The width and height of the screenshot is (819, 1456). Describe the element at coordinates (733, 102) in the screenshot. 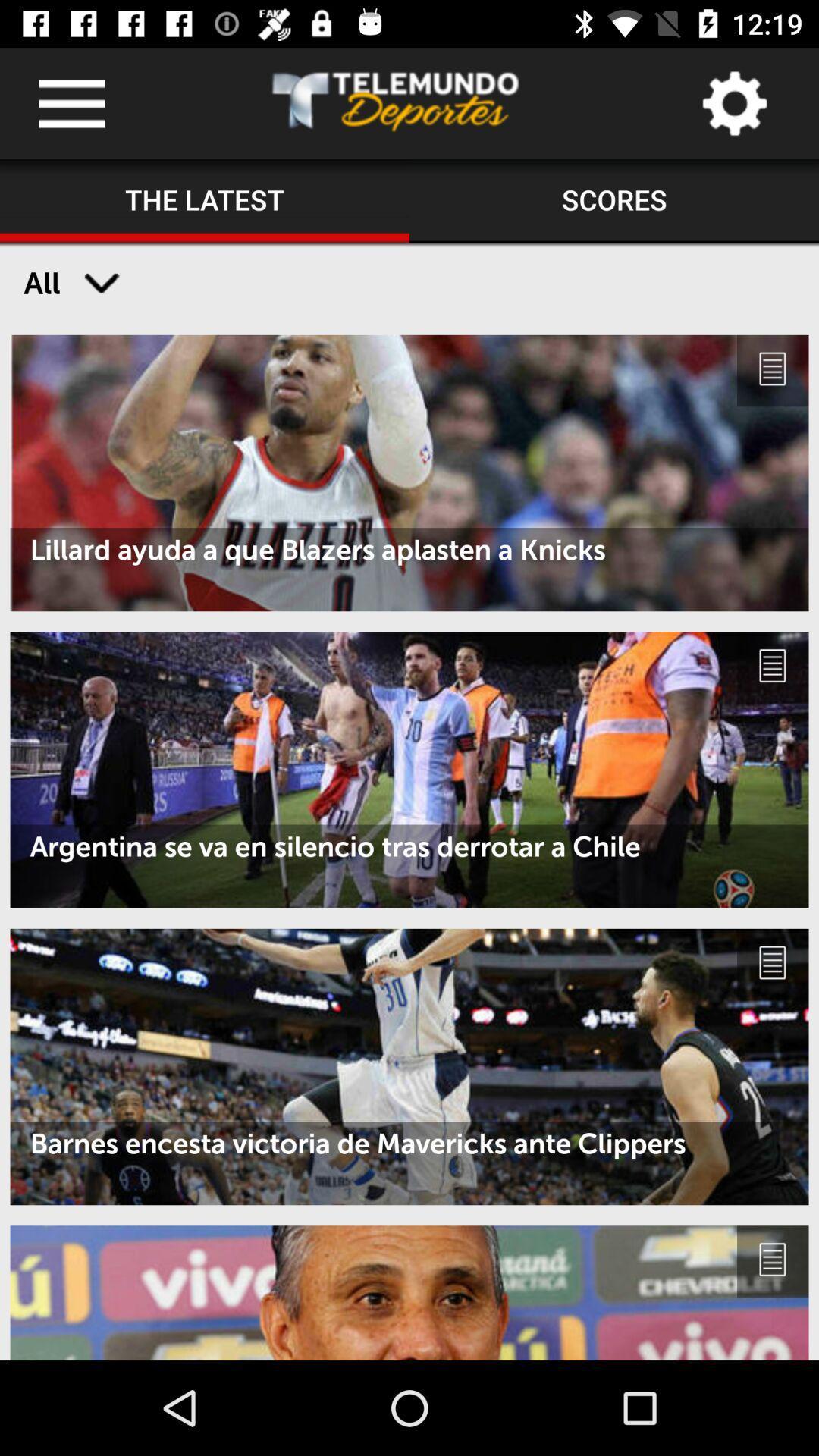

I see `the icon above the scores item` at that location.